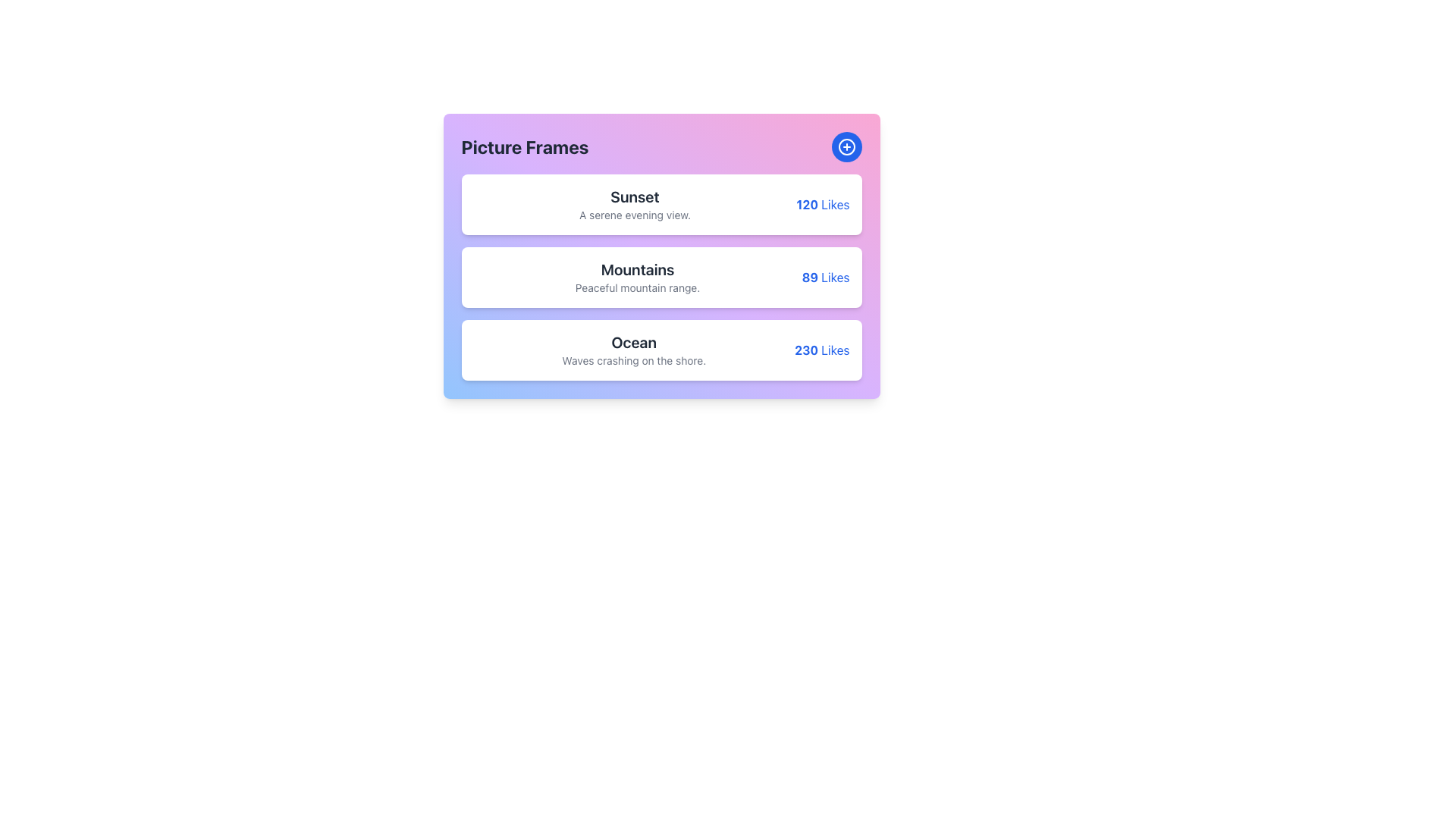 The image size is (1456, 819). What do you see at coordinates (635, 196) in the screenshot?
I see `text displayed in the Text Label positioned above the subtitle 'A serene evening view' in the 'Picture Frames' box` at bounding box center [635, 196].